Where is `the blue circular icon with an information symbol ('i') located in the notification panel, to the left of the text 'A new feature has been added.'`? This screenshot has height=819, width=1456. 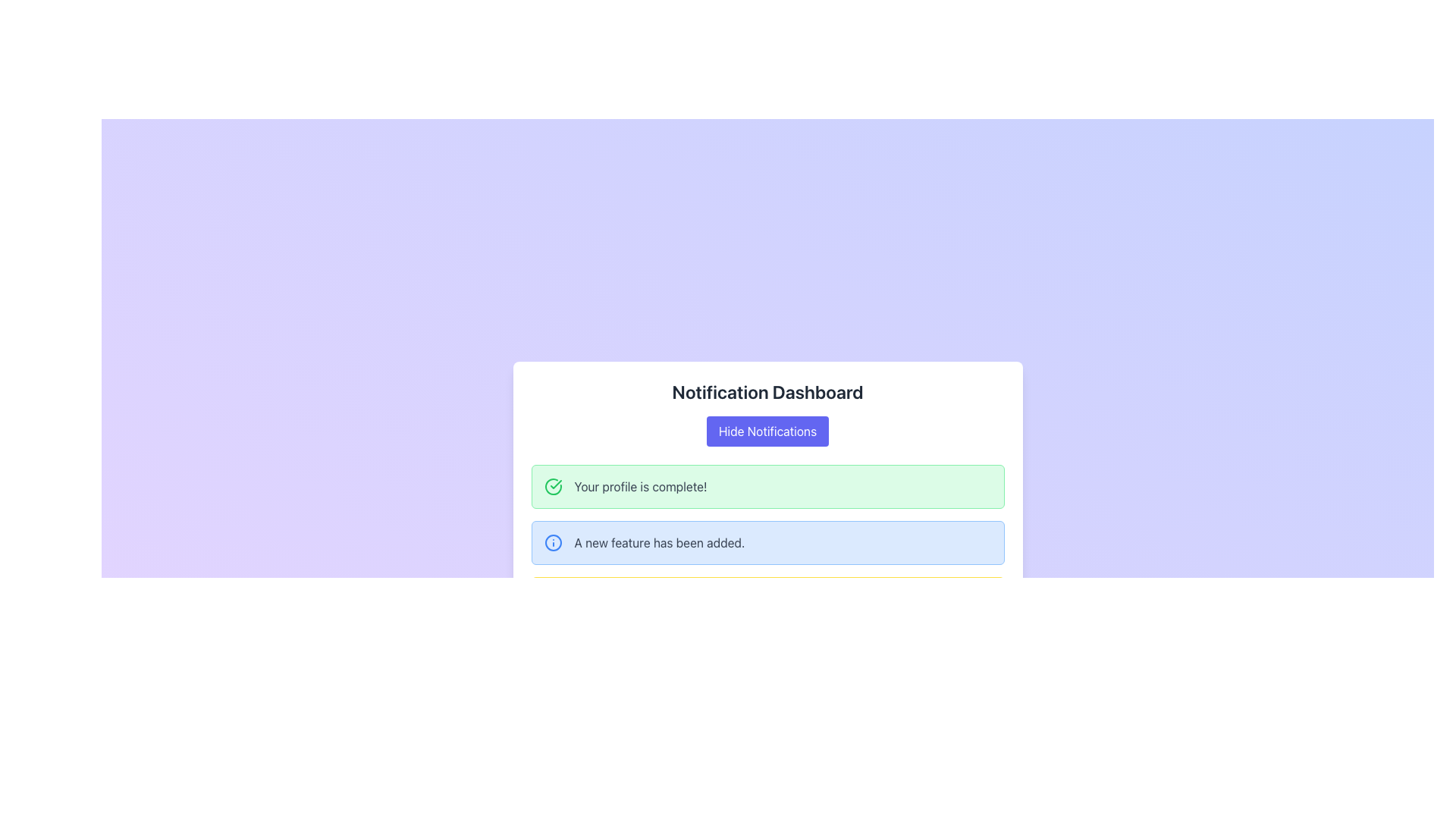
the blue circular icon with an information symbol ('i') located in the notification panel, to the left of the text 'A new feature has been added.' is located at coordinates (552, 542).